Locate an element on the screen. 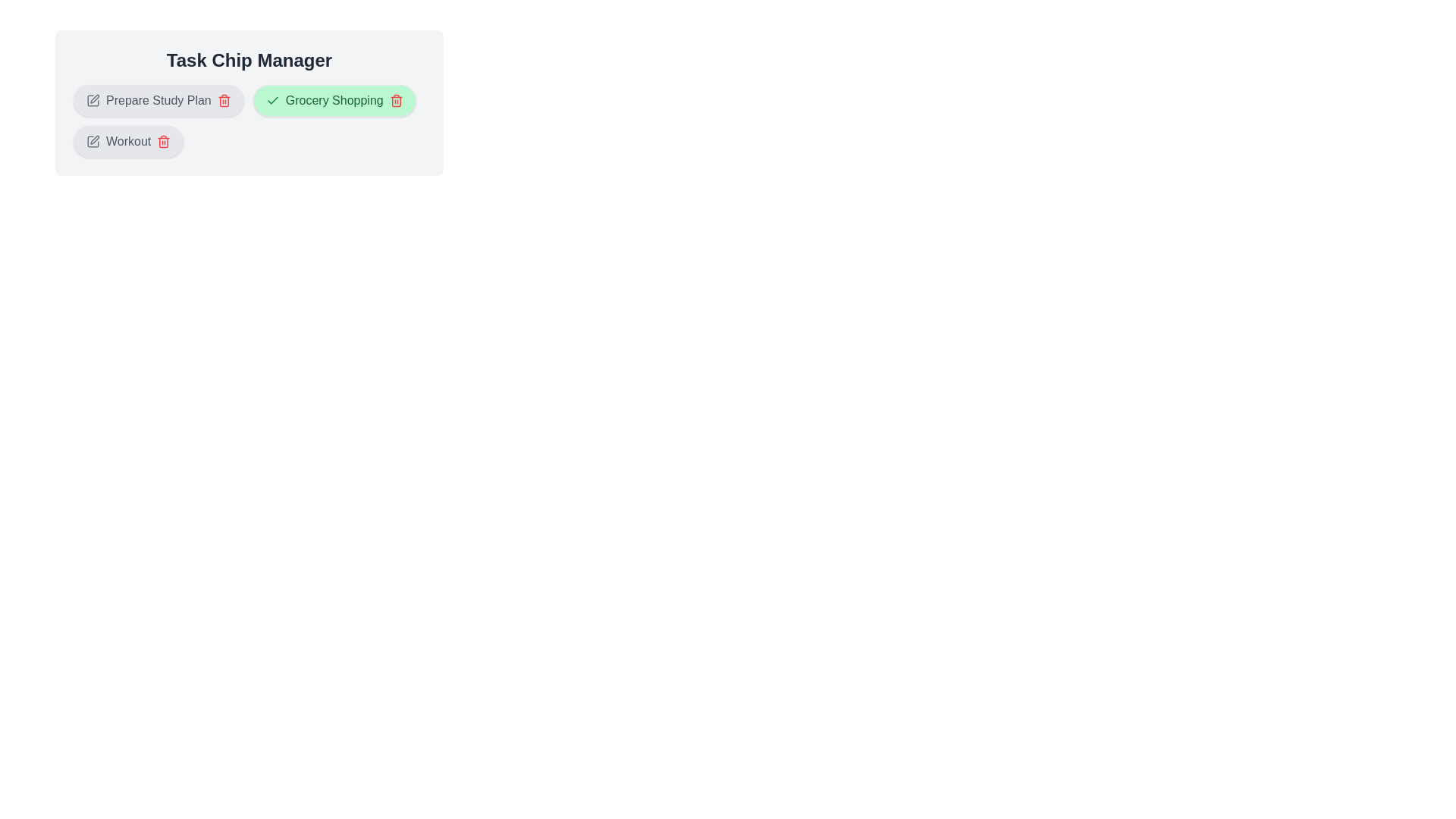  the red trash bin icon within the 'Grocery Shopping' task chip, which is part of the Task Chip Manager interface is located at coordinates (396, 102).